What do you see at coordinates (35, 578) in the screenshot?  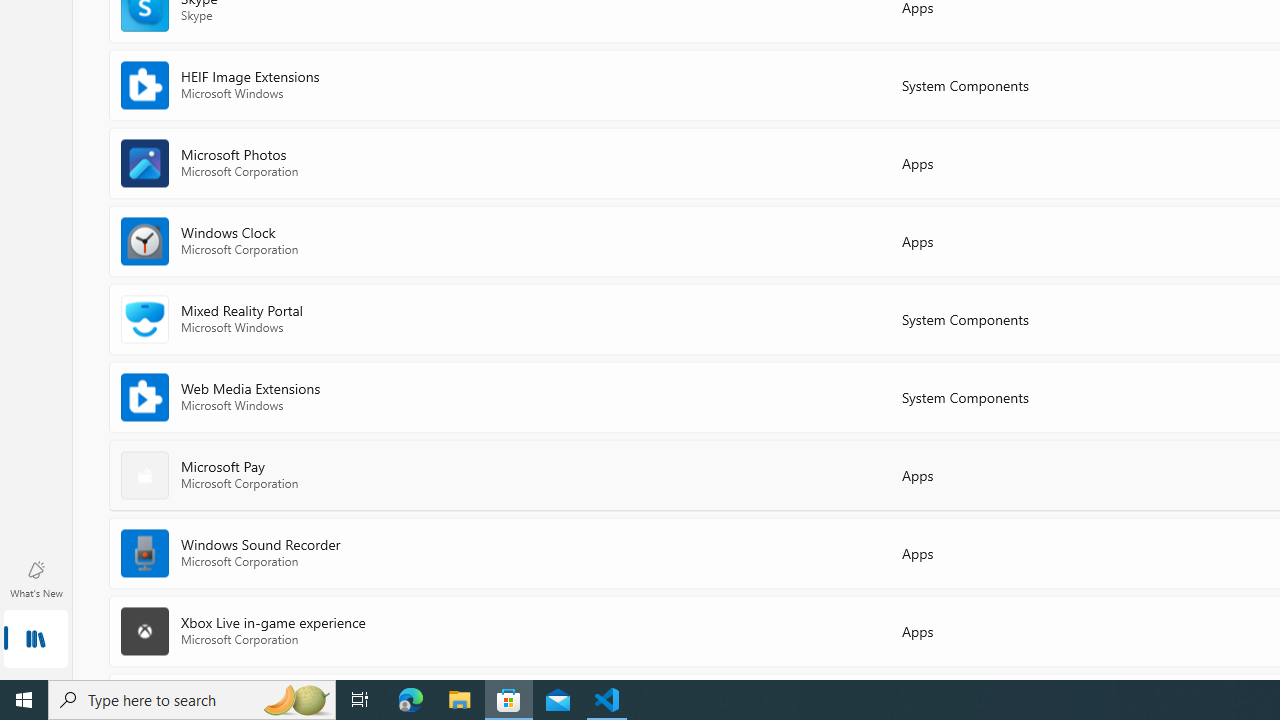 I see `'What'` at bounding box center [35, 578].